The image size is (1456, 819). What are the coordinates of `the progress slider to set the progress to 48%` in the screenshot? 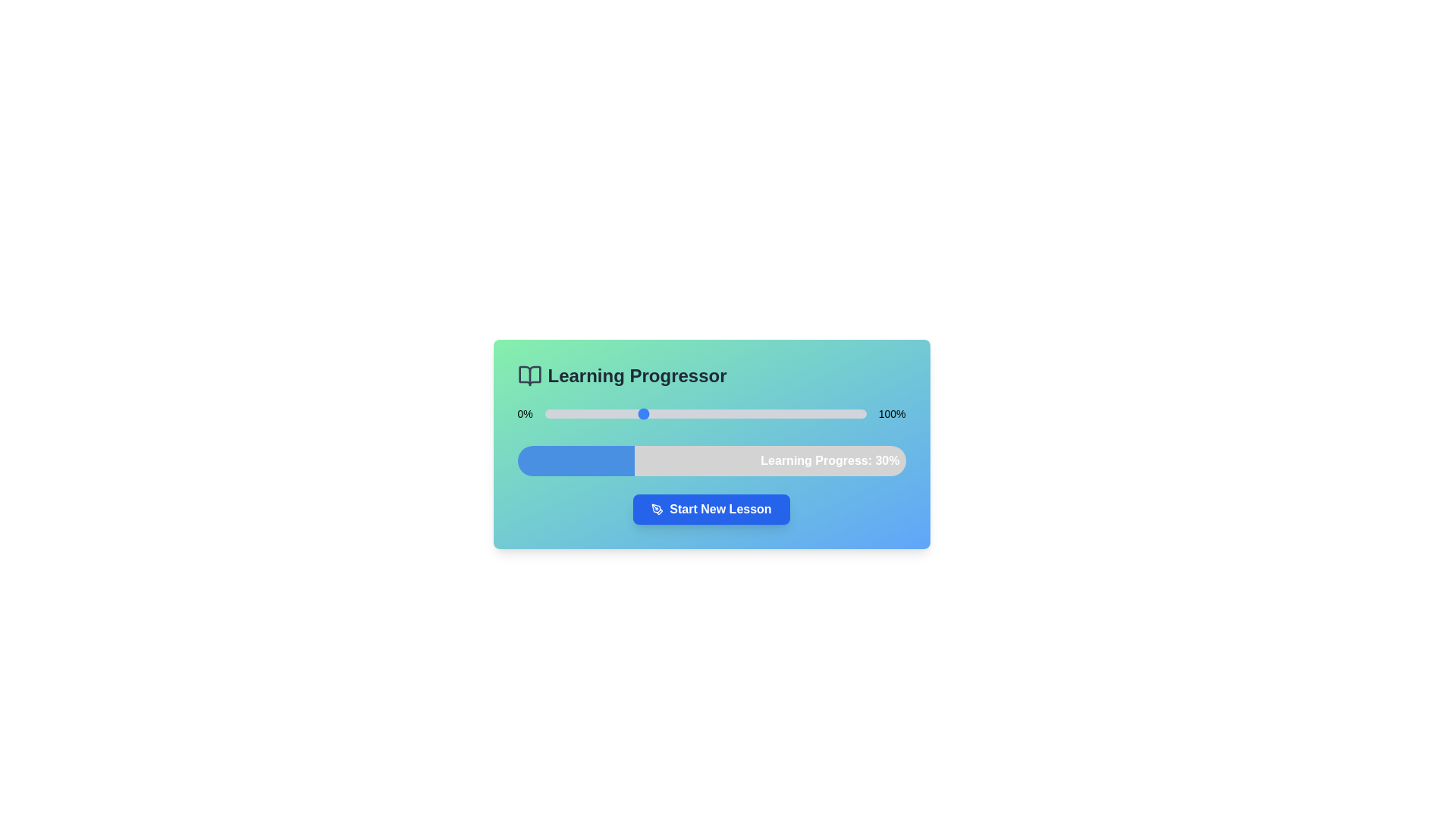 It's located at (698, 414).